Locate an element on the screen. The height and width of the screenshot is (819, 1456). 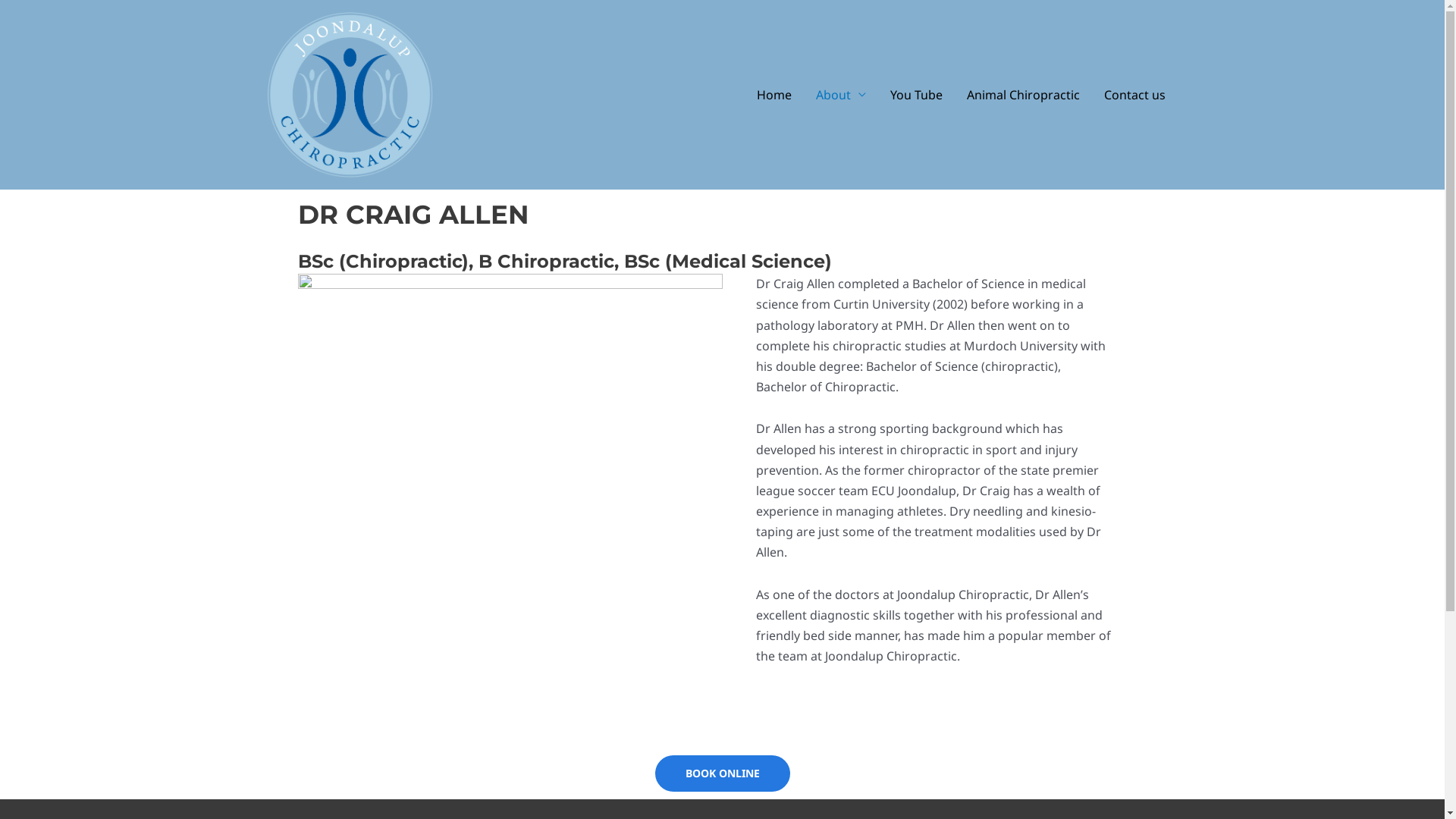
'Animal Chiropractic' is located at coordinates (1022, 94).